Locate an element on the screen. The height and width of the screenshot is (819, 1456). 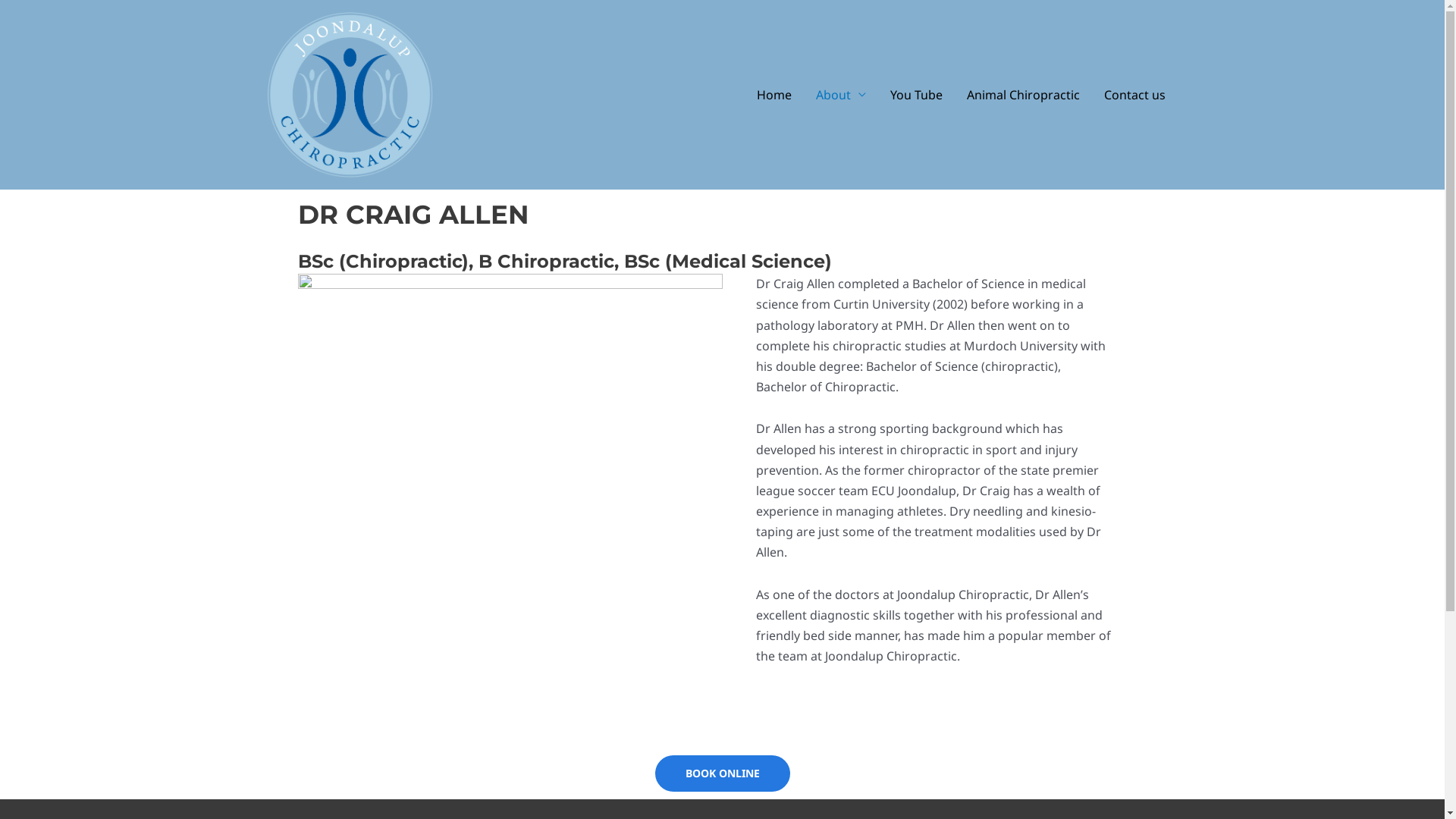
'Animal Chiropractic' is located at coordinates (1022, 94).